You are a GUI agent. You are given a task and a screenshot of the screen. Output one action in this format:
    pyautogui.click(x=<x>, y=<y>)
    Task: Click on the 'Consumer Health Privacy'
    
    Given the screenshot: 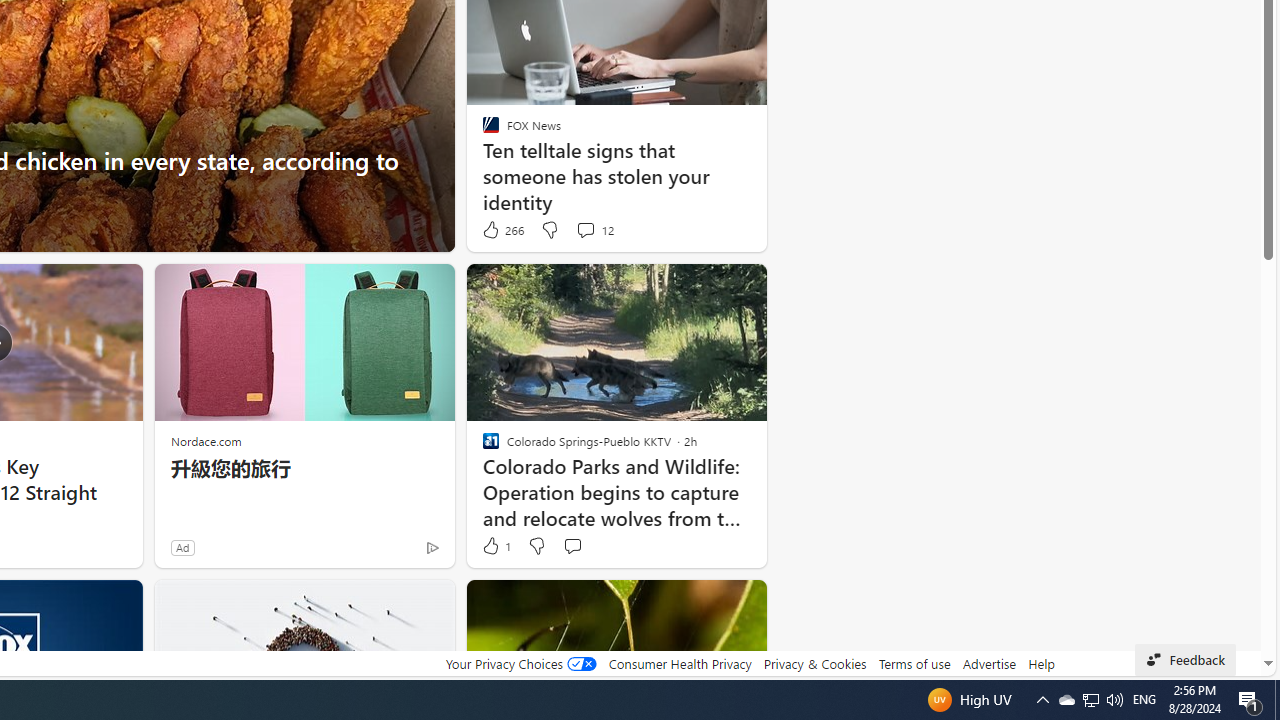 What is the action you would take?
    pyautogui.click(x=680, y=663)
    